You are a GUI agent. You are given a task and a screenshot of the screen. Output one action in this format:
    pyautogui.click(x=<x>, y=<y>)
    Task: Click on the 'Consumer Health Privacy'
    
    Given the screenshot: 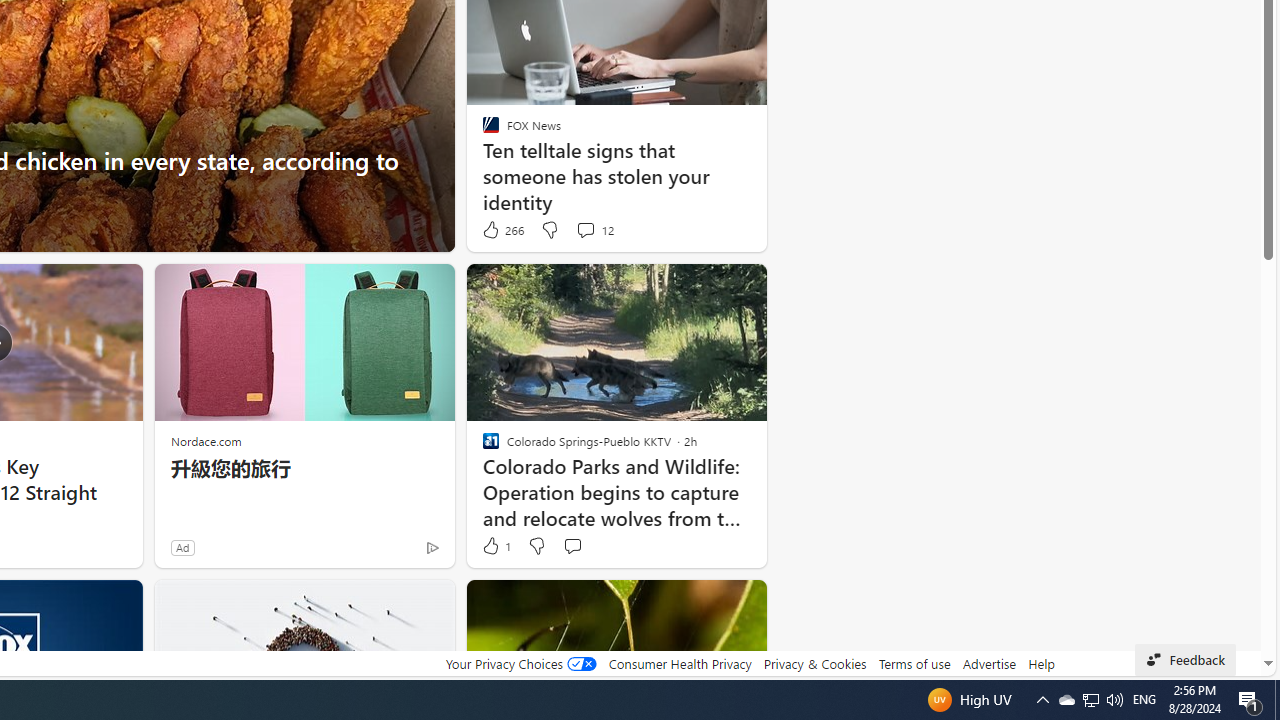 What is the action you would take?
    pyautogui.click(x=680, y=663)
    